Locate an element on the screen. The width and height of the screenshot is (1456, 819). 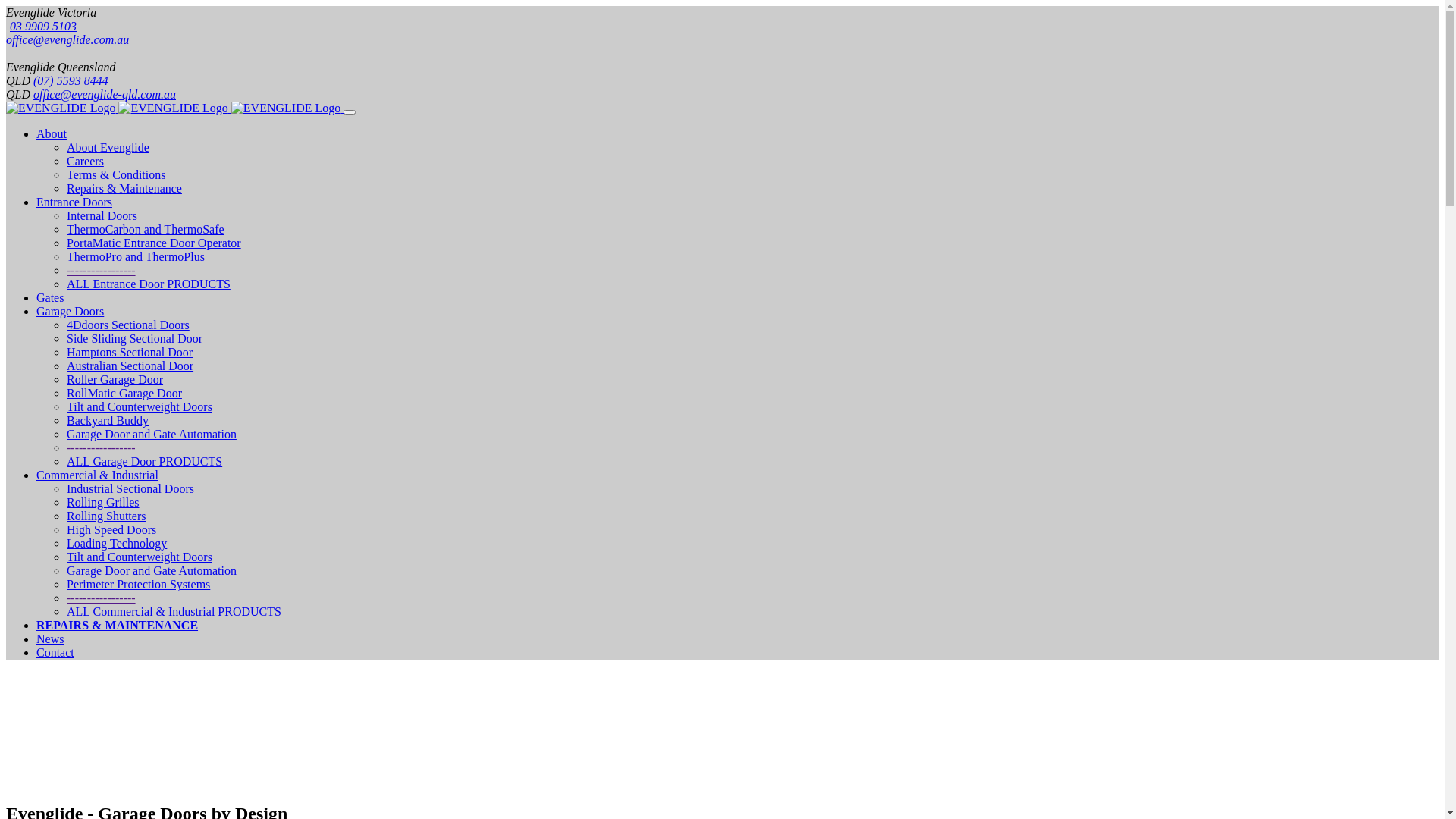
'office@evenglide.com.au' is located at coordinates (67, 39).